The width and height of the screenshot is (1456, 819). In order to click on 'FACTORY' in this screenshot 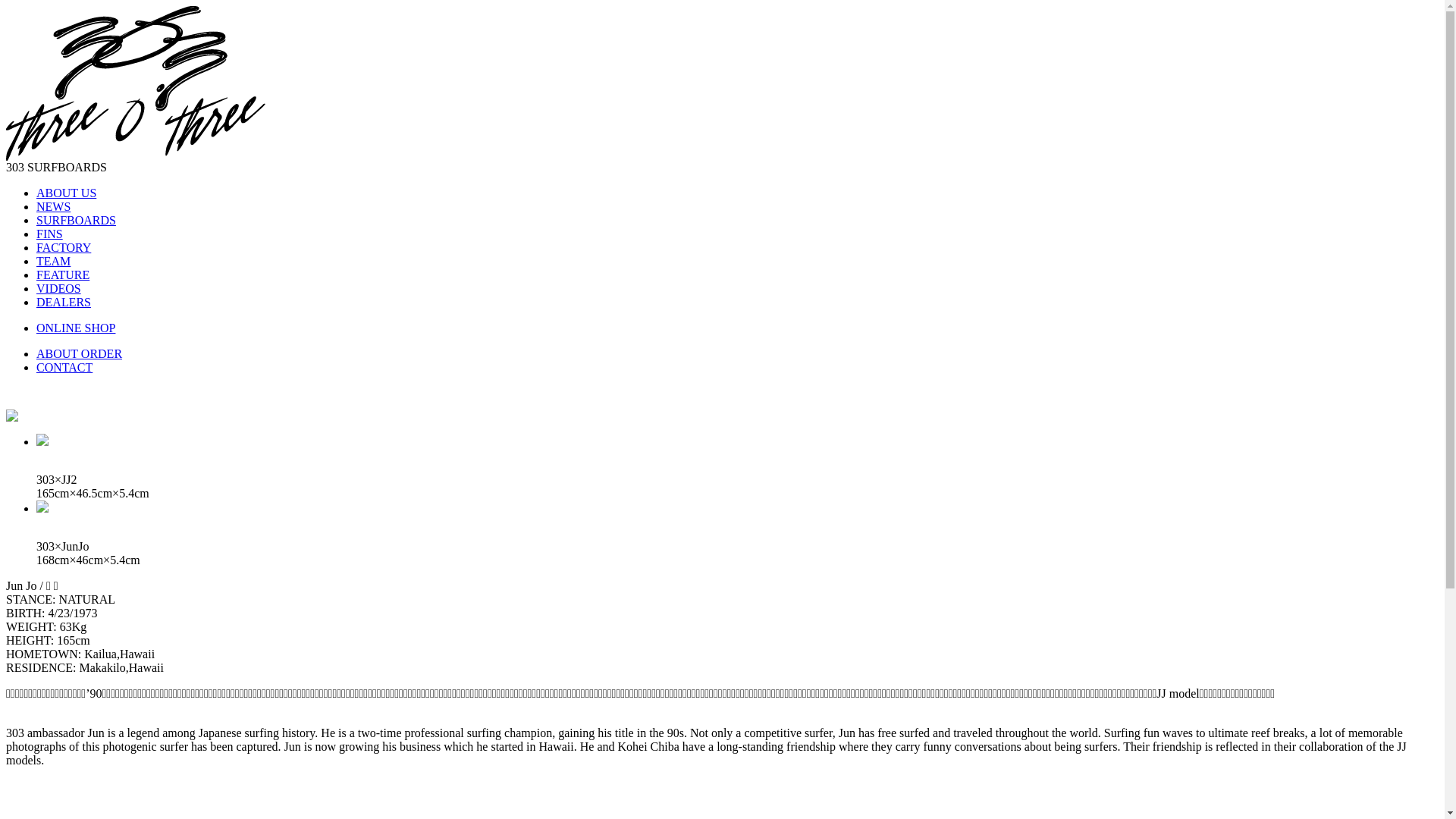, I will do `click(62, 246)`.